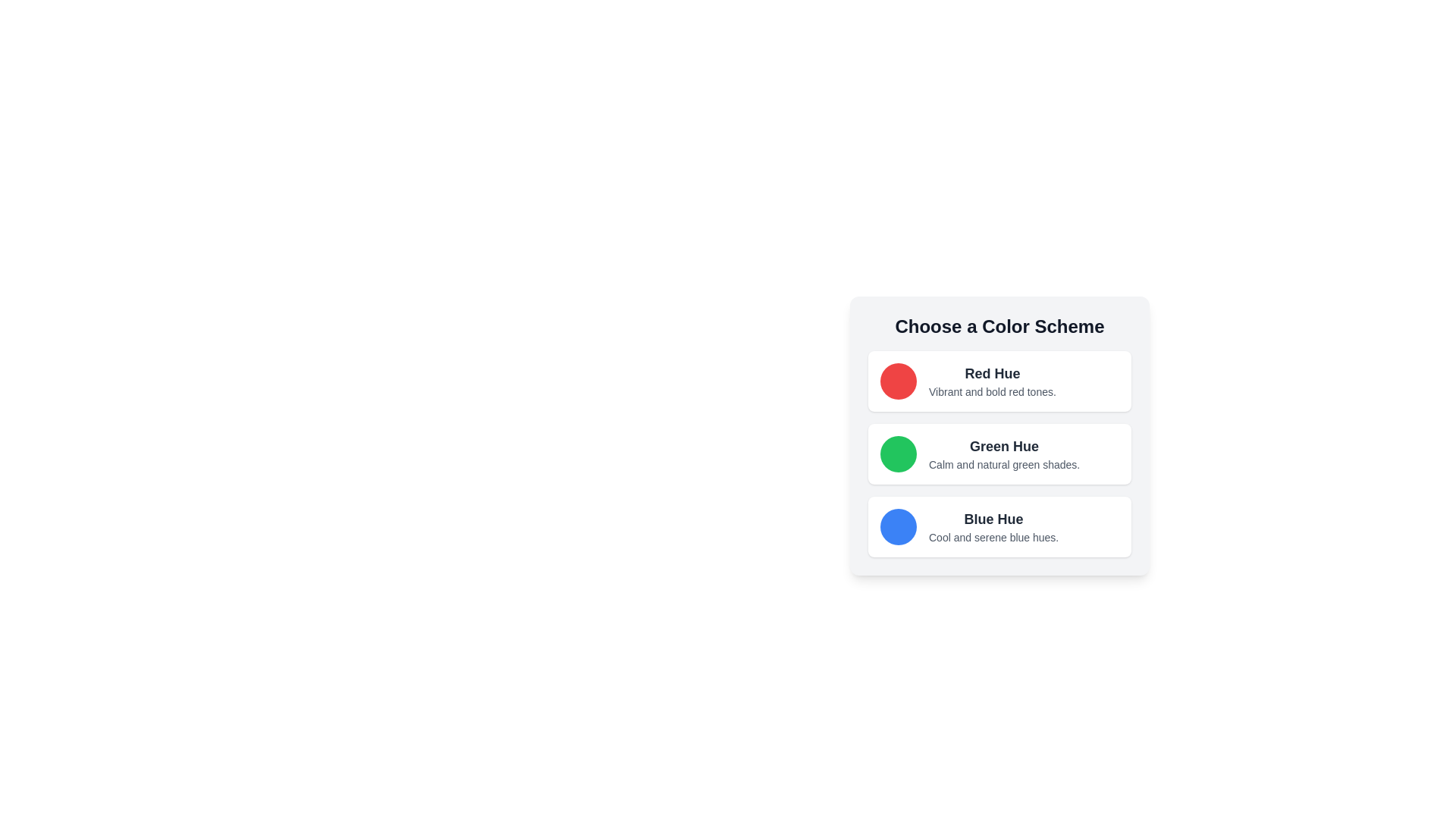  I want to click on the vibrant red circular color swatch located near the title 'Red Hue' and above the description text 'Vibrant and bold red tones', so click(899, 380).